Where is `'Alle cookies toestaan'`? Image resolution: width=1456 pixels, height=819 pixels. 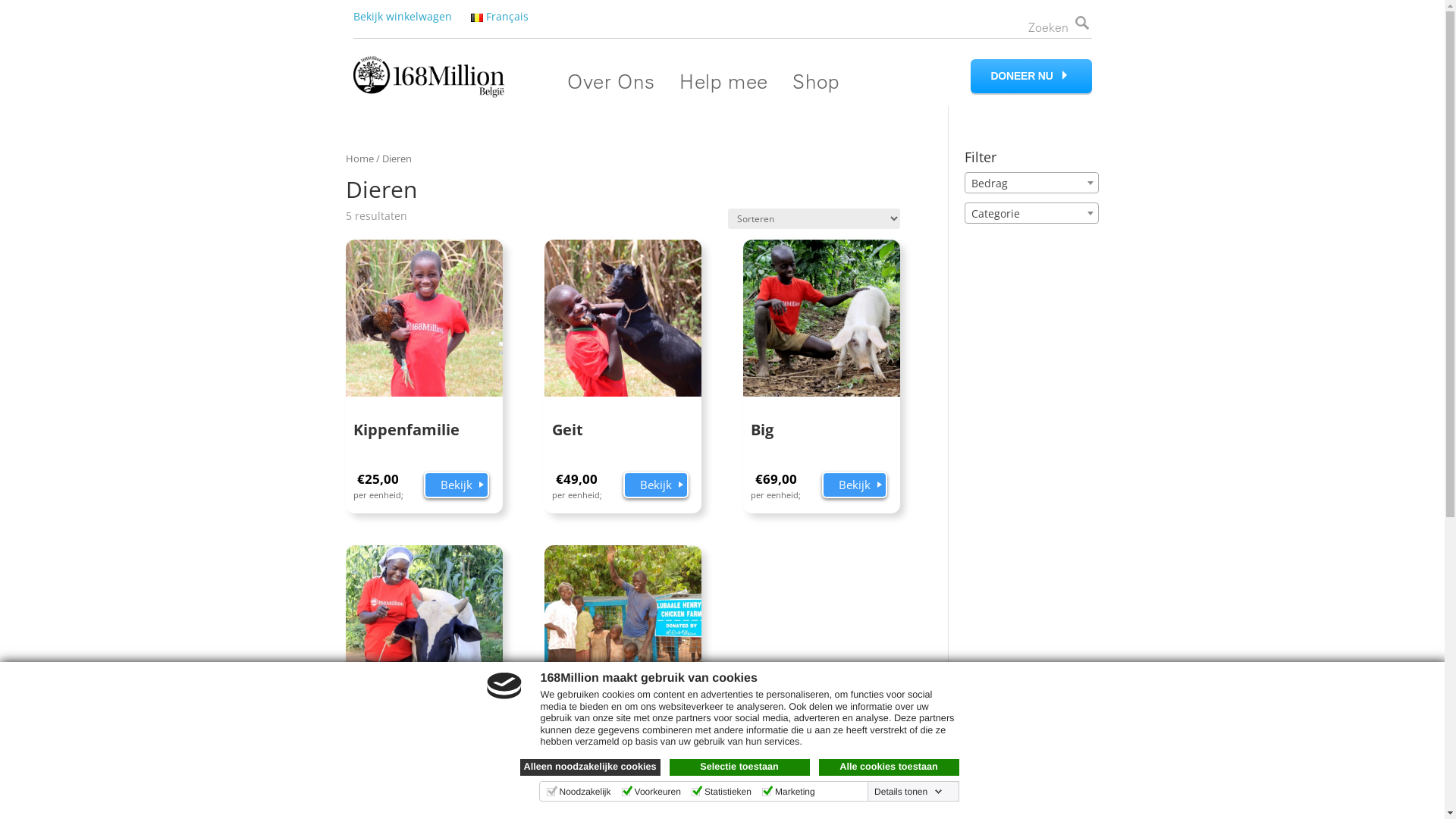
'Alle cookies toestaan' is located at coordinates (818, 767).